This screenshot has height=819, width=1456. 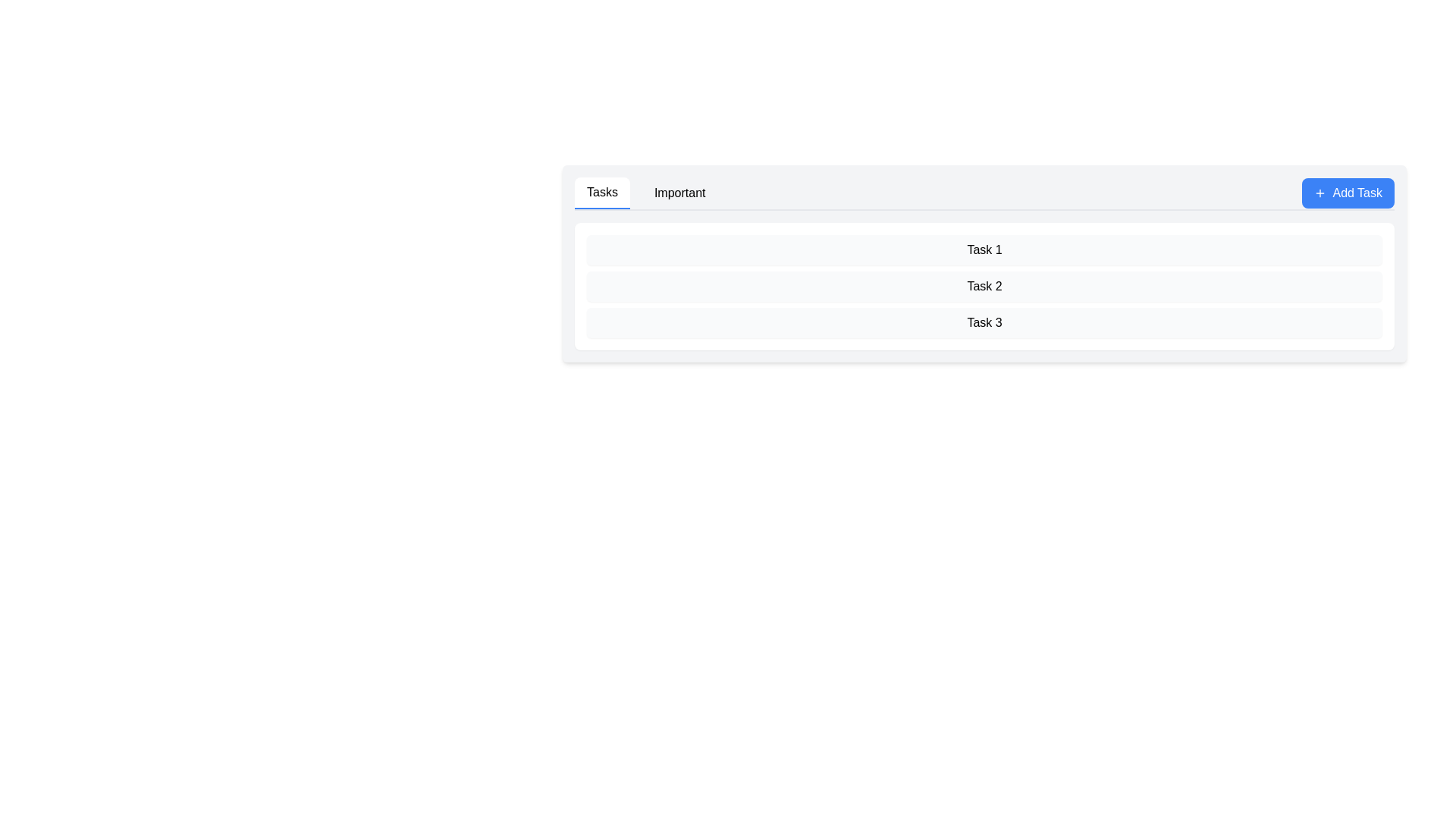 I want to click on the Text Label with the text 'Task 2', which is a rectangular section with a light gray background and rounded corners, positioned in the middle of a vertical list of task items, so click(x=984, y=287).